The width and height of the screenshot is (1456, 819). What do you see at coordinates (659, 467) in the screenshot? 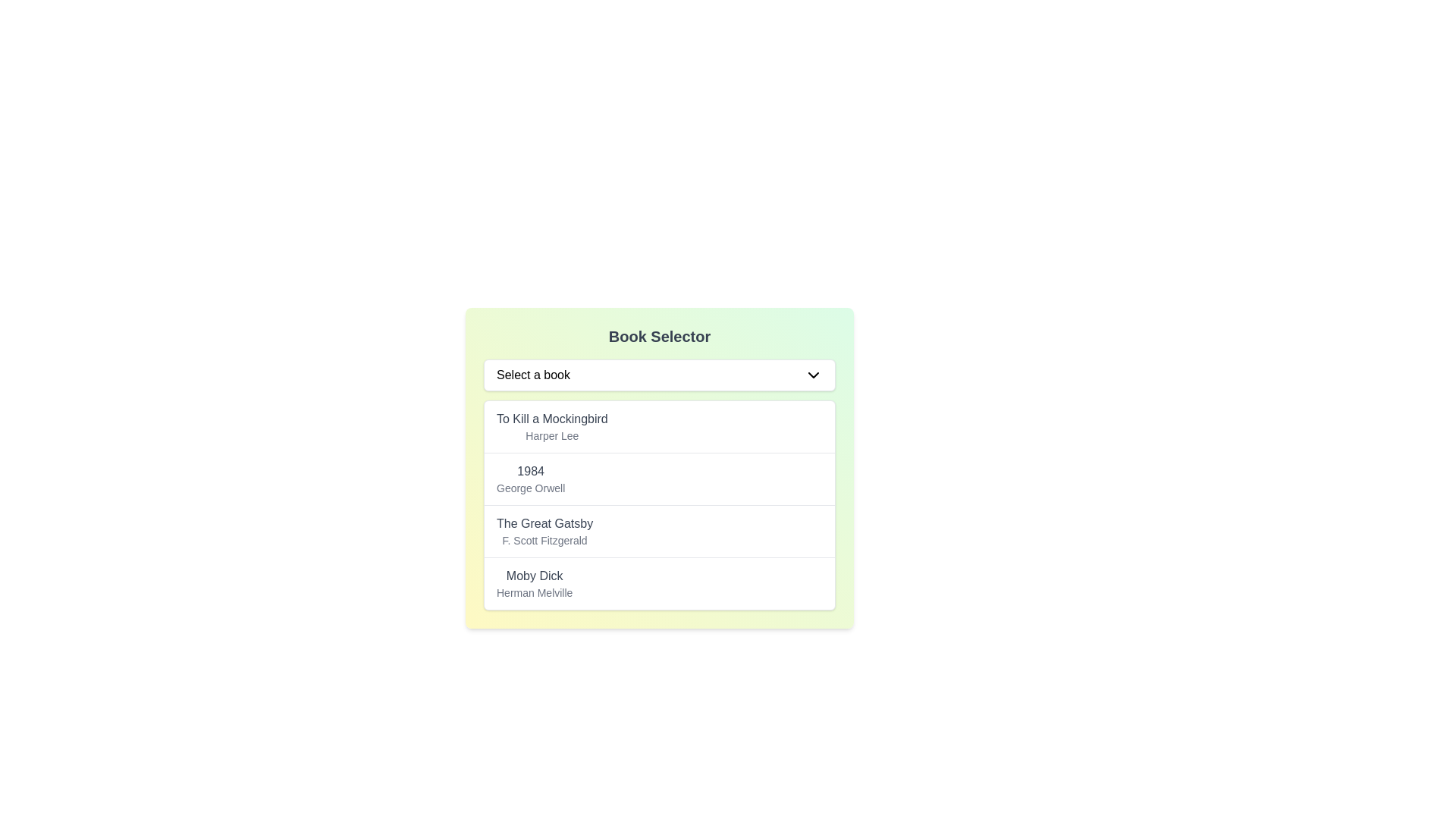
I see `the second list item in the book selection dropdown that represents the book '1984'` at bounding box center [659, 467].